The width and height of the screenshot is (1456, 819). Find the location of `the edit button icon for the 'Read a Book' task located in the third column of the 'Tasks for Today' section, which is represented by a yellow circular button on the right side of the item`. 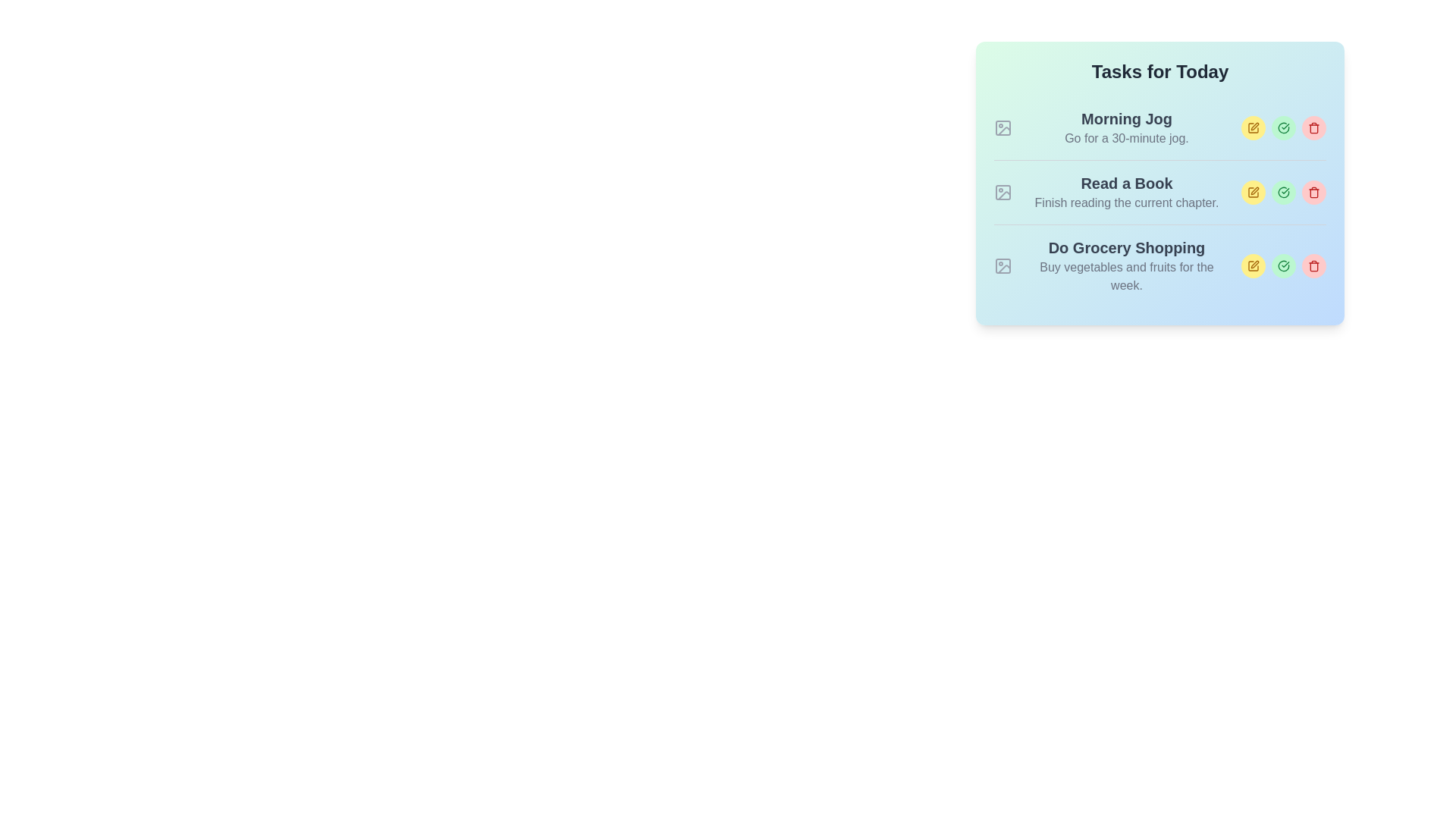

the edit button icon for the 'Read a Book' task located in the third column of the 'Tasks for Today' section, which is represented by a yellow circular button on the right side of the item is located at coordinates (1253, 192).